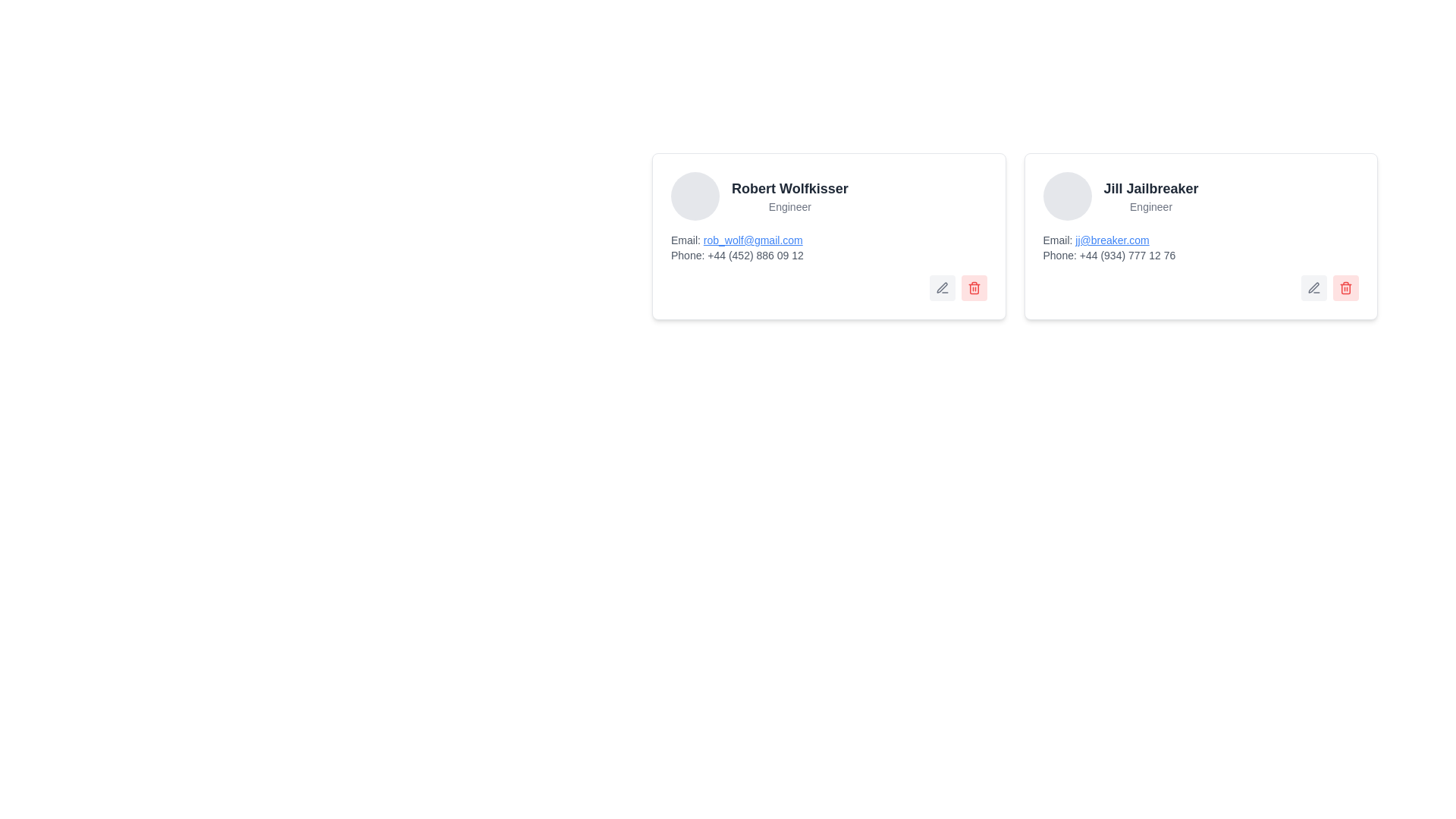 The width and height of the screenshot is (1456, 819). I want to click on the delete button located in the bottom-right corner of the card labeled 'Jill Jailbreaker' to change its background color, so click(1346, 288).